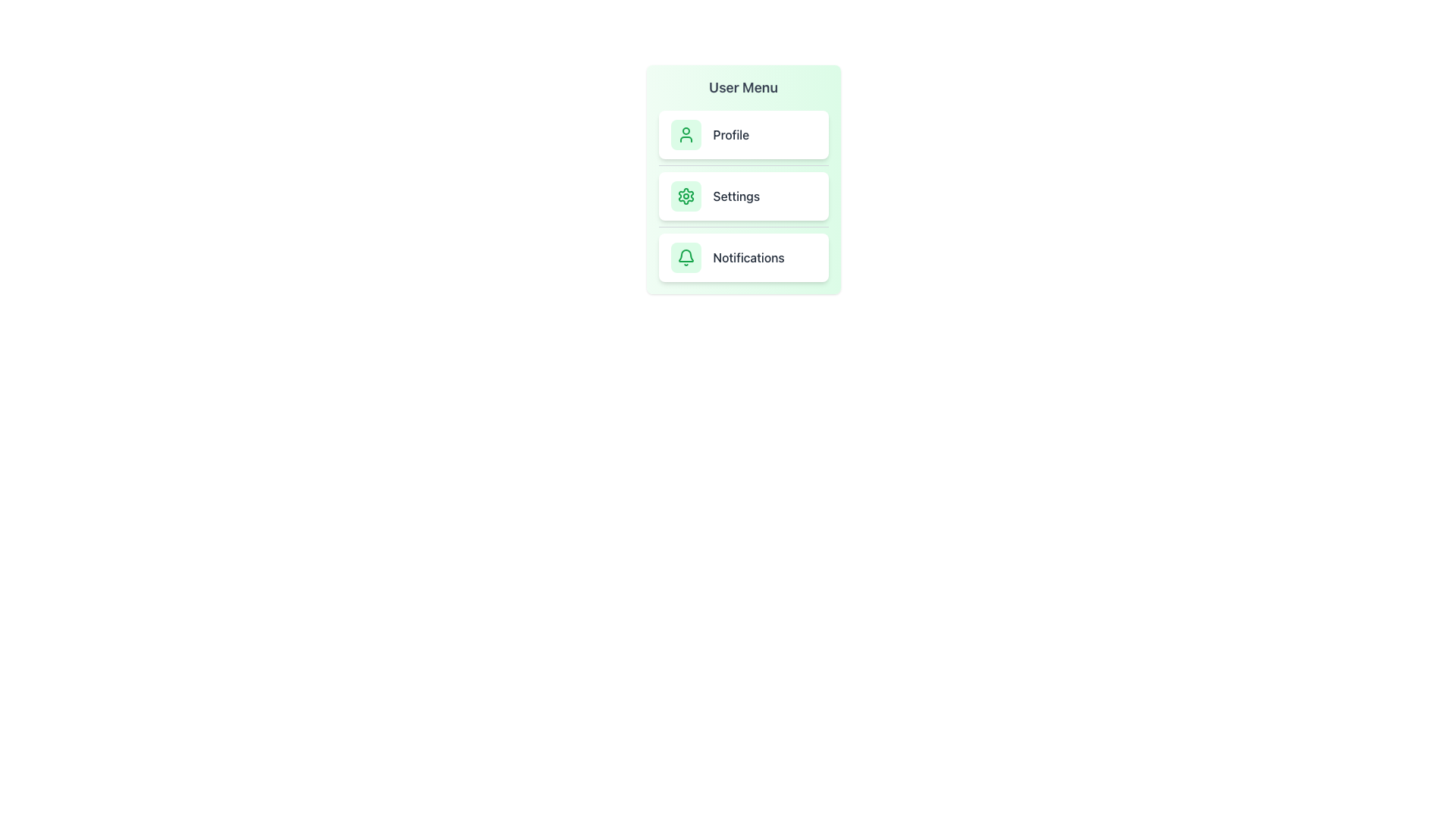  What do you see at coordinates (731, 133) in the screenshot?
I see `the text of the label indicating the action or destination associated with the user profile button` at bounding box center [731, 133].